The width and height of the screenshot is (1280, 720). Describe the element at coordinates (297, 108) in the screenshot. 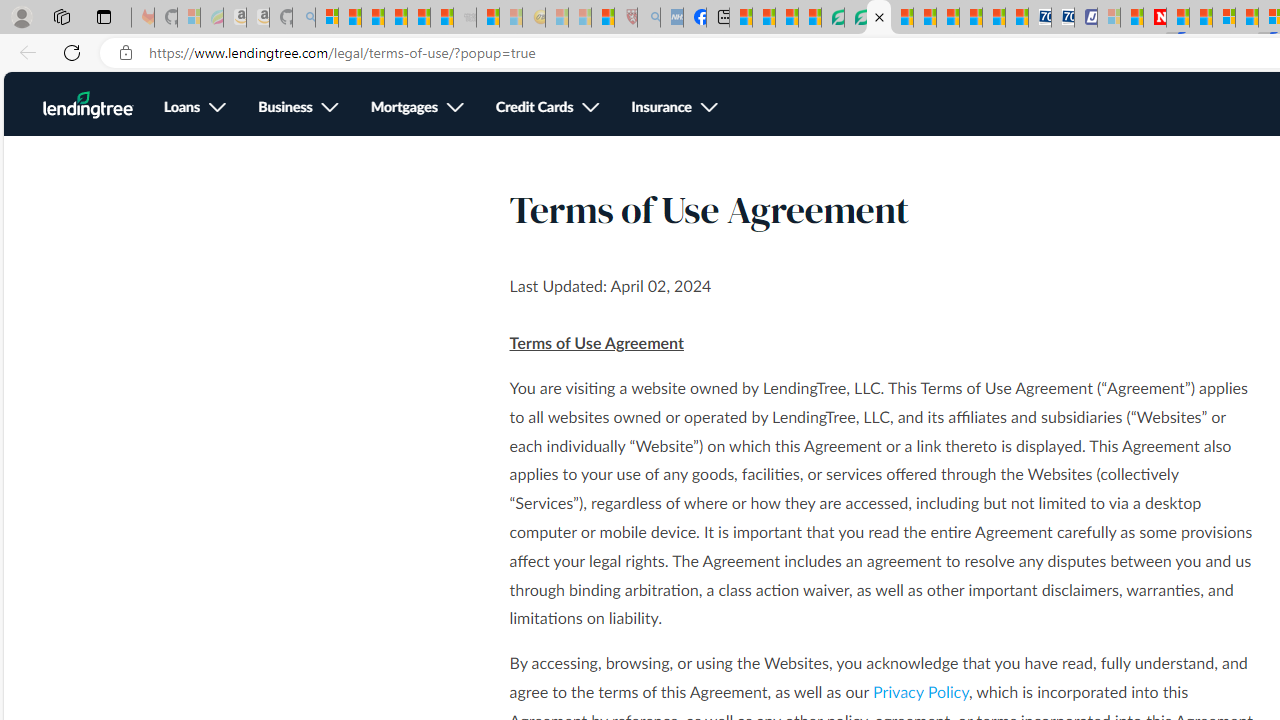

I see `'Business, see more'` at that location.